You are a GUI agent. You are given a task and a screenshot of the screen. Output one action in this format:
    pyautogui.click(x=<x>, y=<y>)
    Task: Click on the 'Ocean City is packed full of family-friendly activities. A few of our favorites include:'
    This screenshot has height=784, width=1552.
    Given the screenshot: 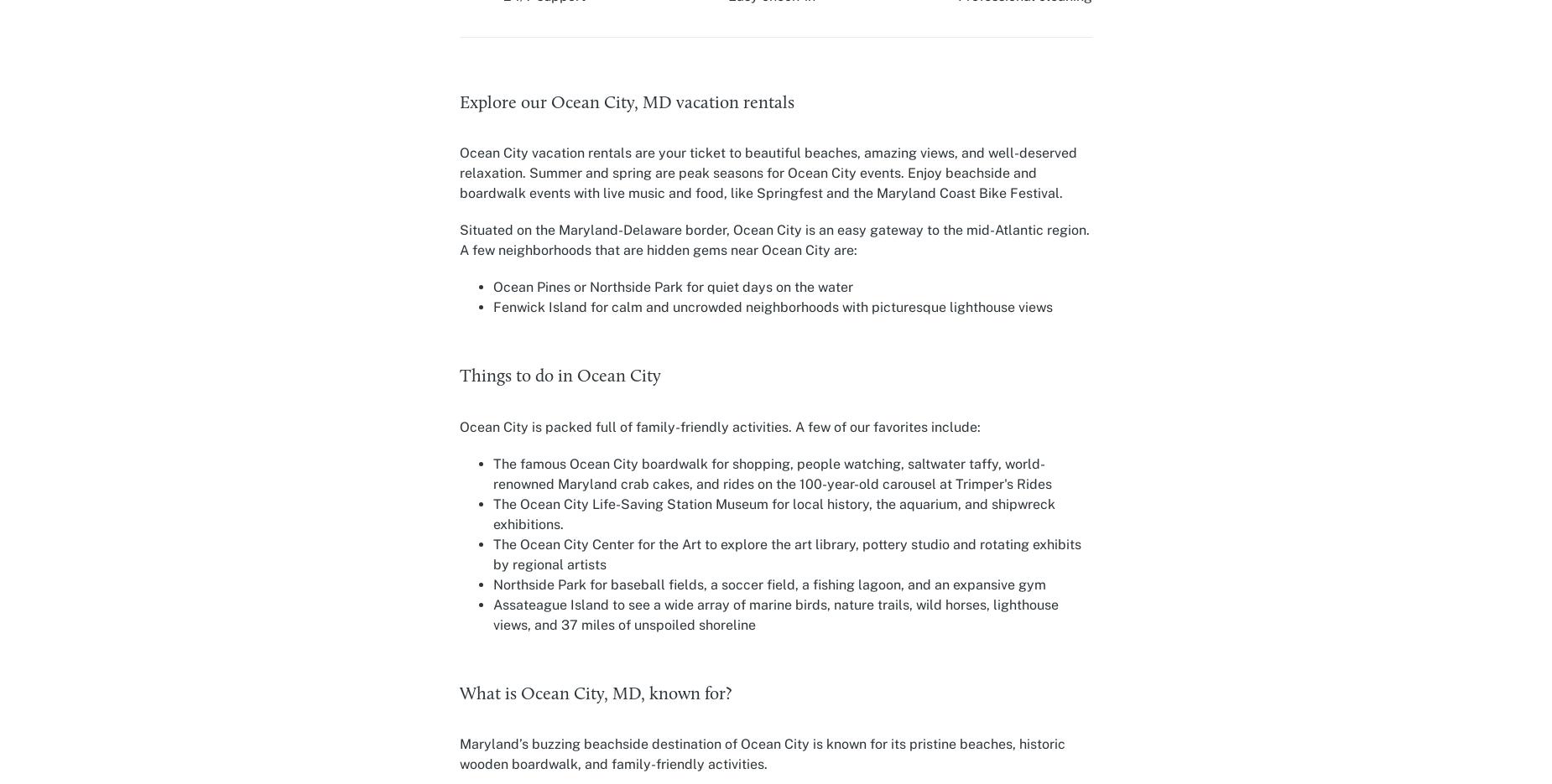 What is the action you would take?
    pyautogui.click(x=720, y=426)
    